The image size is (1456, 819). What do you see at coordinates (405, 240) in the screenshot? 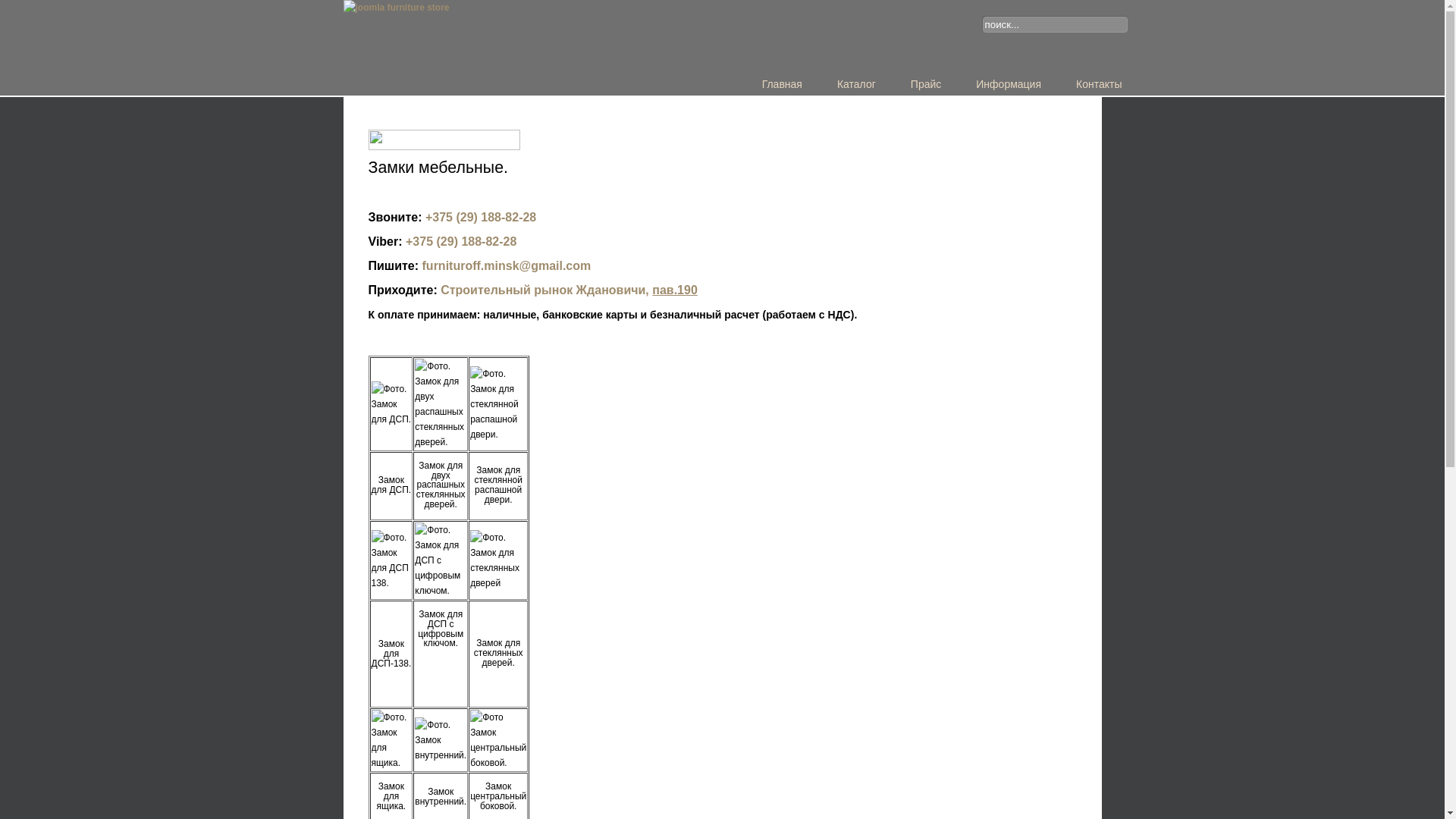
I see `'+375 (29) 188-82-28'` at bounding box center [405, 240].